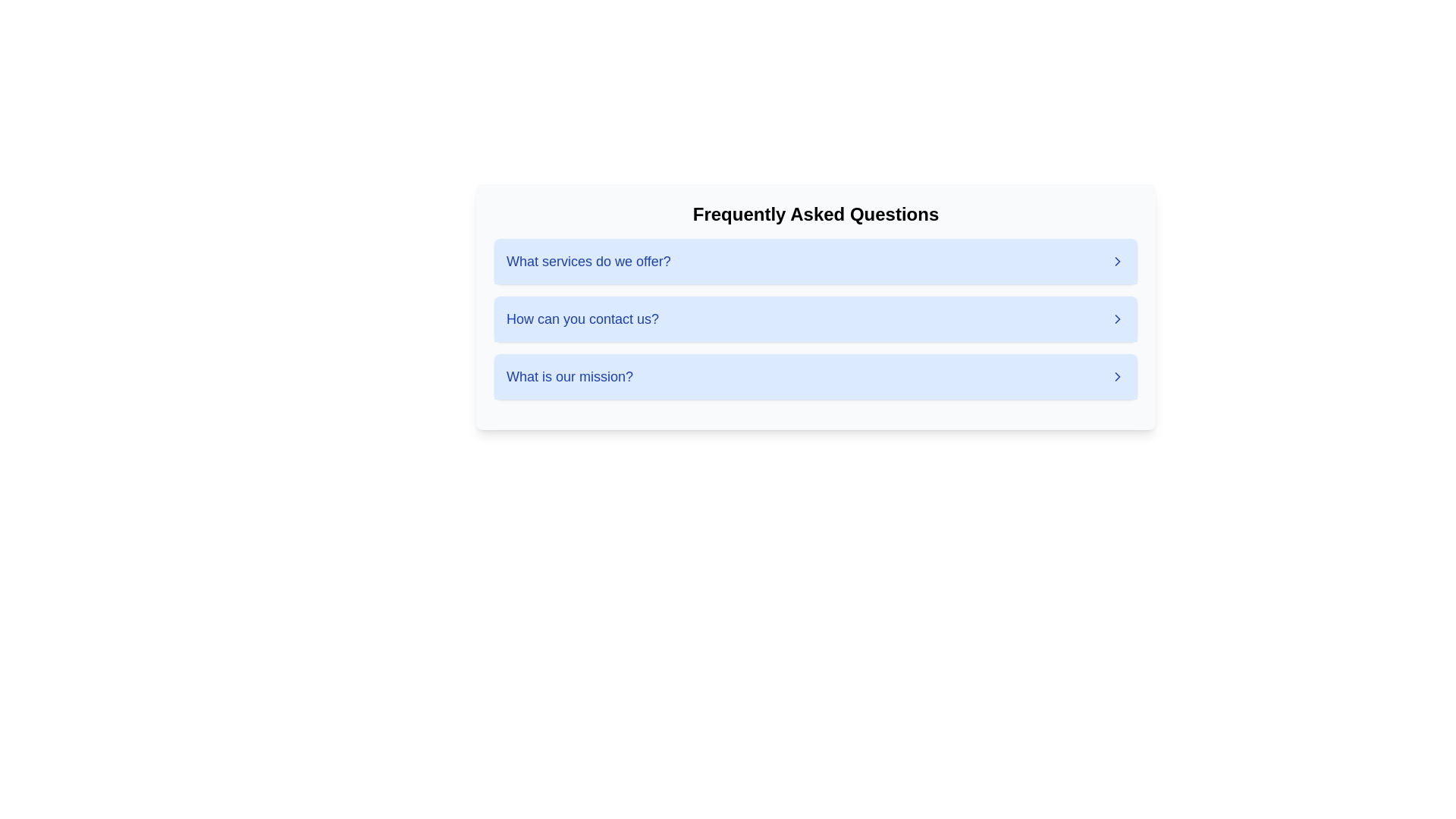 This screenshot has width=1456, height=819. What do you see at coordinates (1117, 260) in the screenshot?
I see `the chevron icon styled as an arrow pointing right, located to the far right of the first row in the list of questions, adjacent to the text link 'What services do we offer.'` at bounding box center [1117, 260].